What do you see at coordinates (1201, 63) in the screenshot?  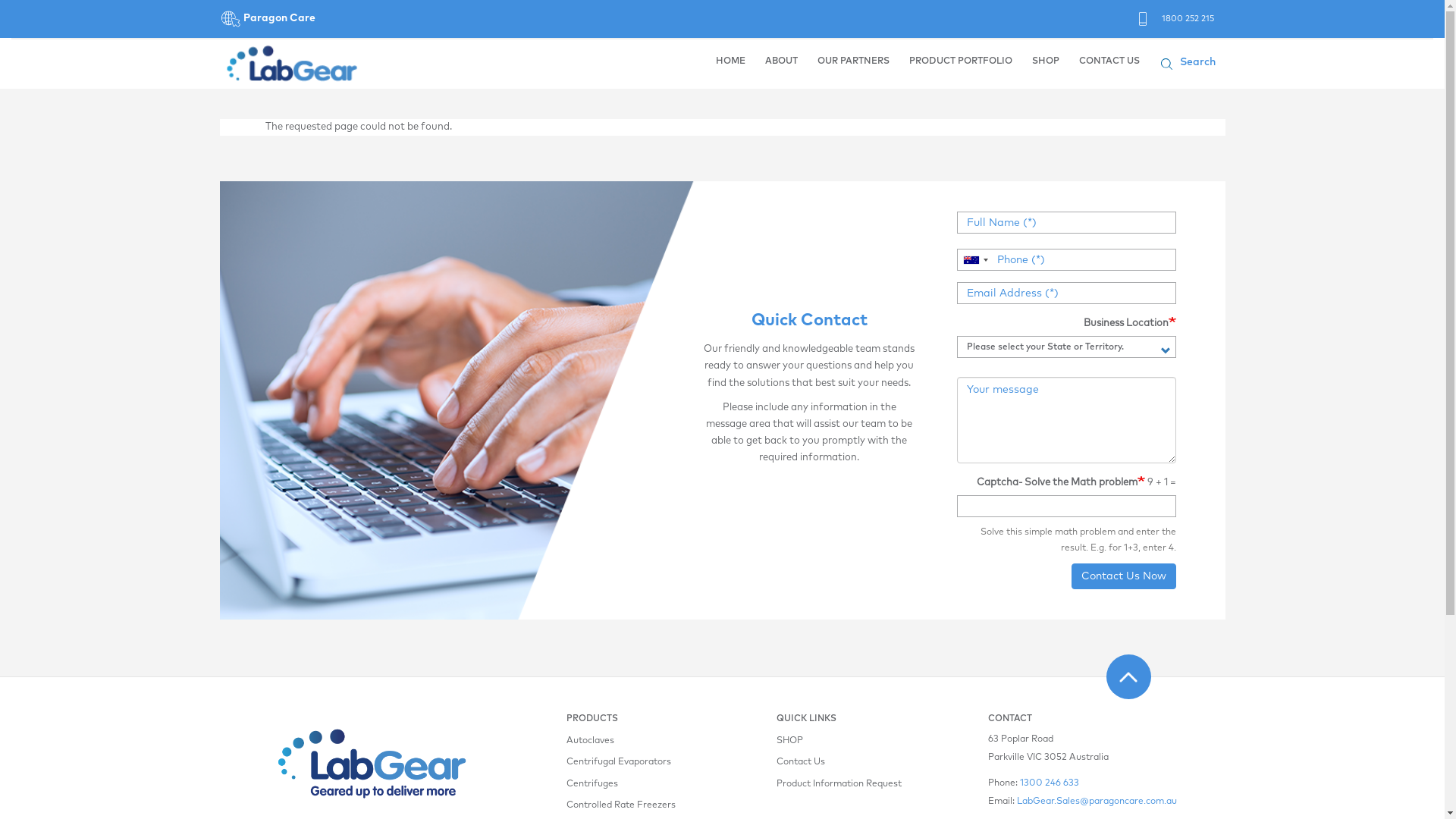 I see `'Search'` at bounding box center [1201, 63].